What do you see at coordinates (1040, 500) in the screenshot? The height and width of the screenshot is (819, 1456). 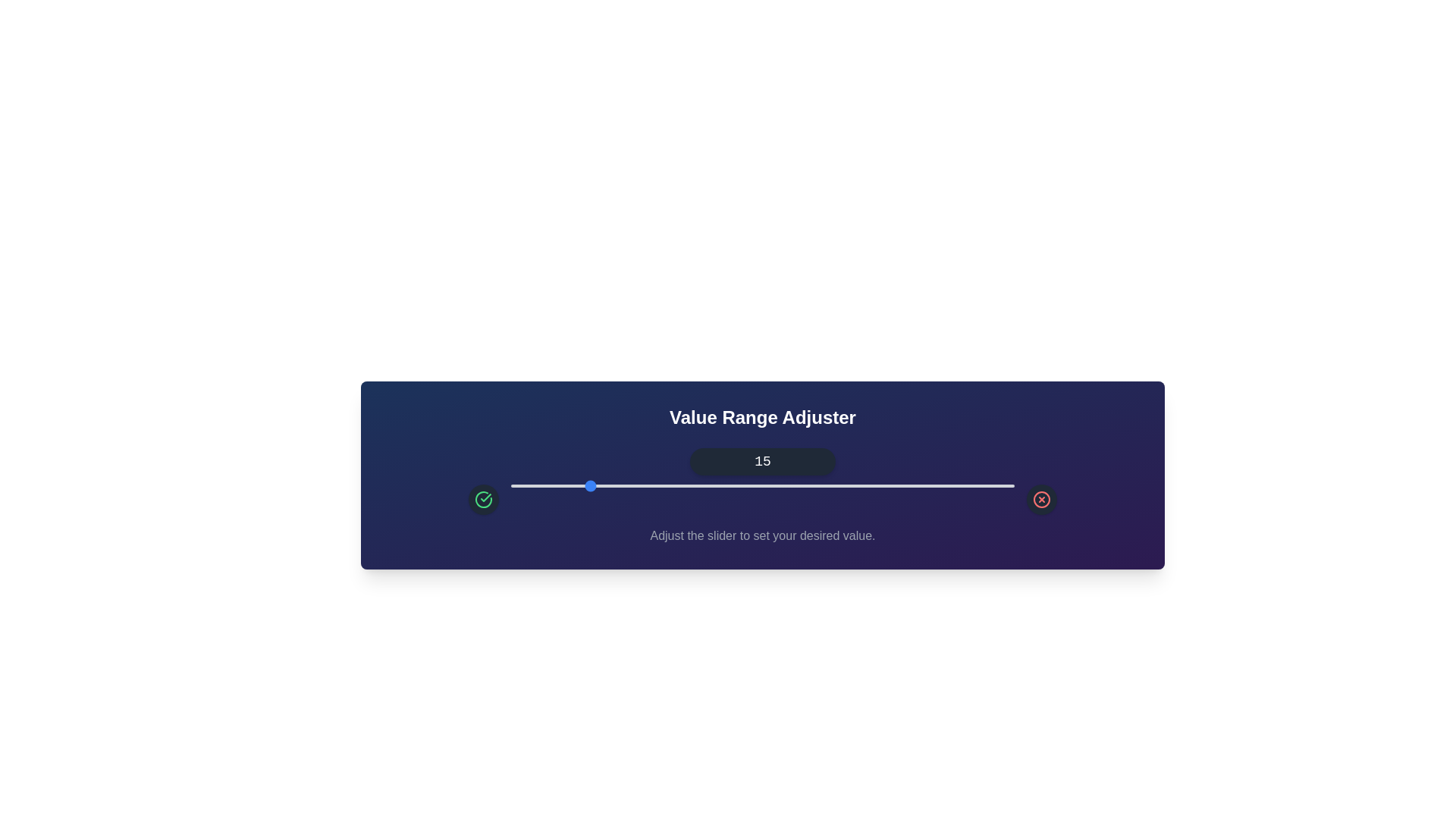 I see `the red cross icon to decrease the value by 5` at bounding box center [1040, 500].